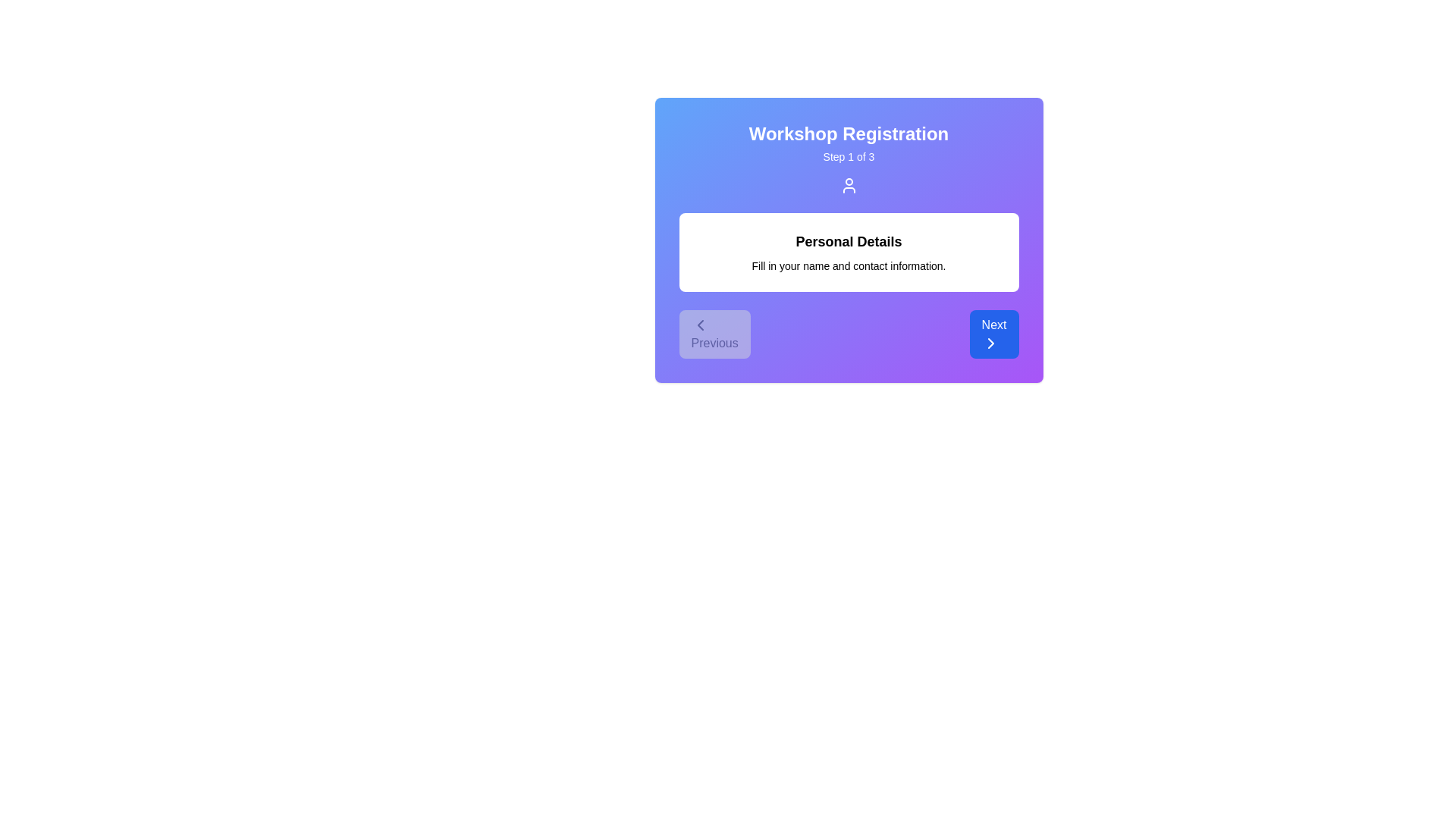  I want to click on the static text instruction 'Fill in your name and contact information.' positioned under the 'Personal Details' heading, so click(848, 265).